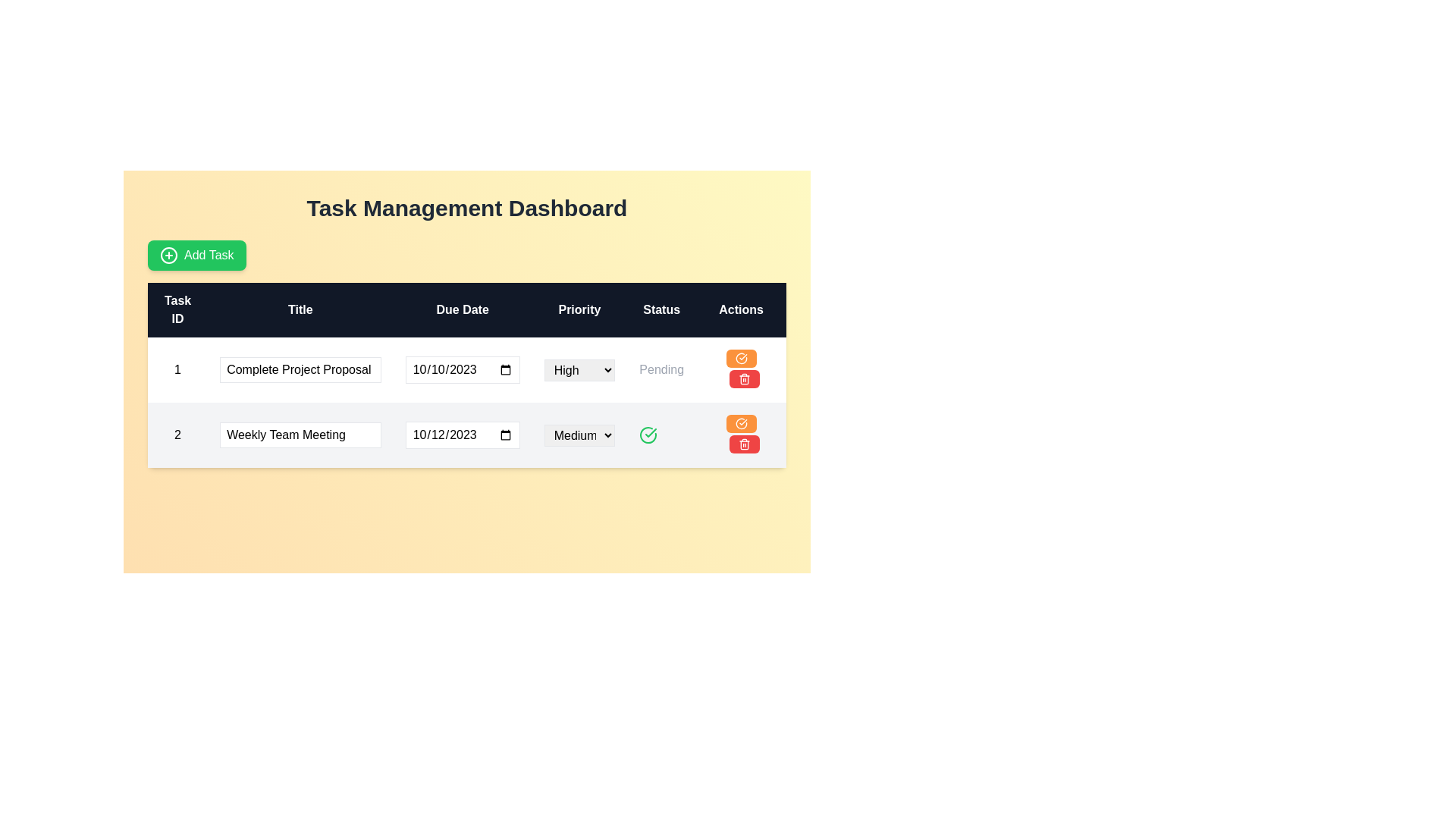 The width and height of the screenshot is (1456, 819). Describe the element at coordinates (741, 309) in the screenshot. I see `the 'Actions' column header in the task management table, which indicates the purpose of the content below it and is located at the far right next to the 'Status' column header` at that location.